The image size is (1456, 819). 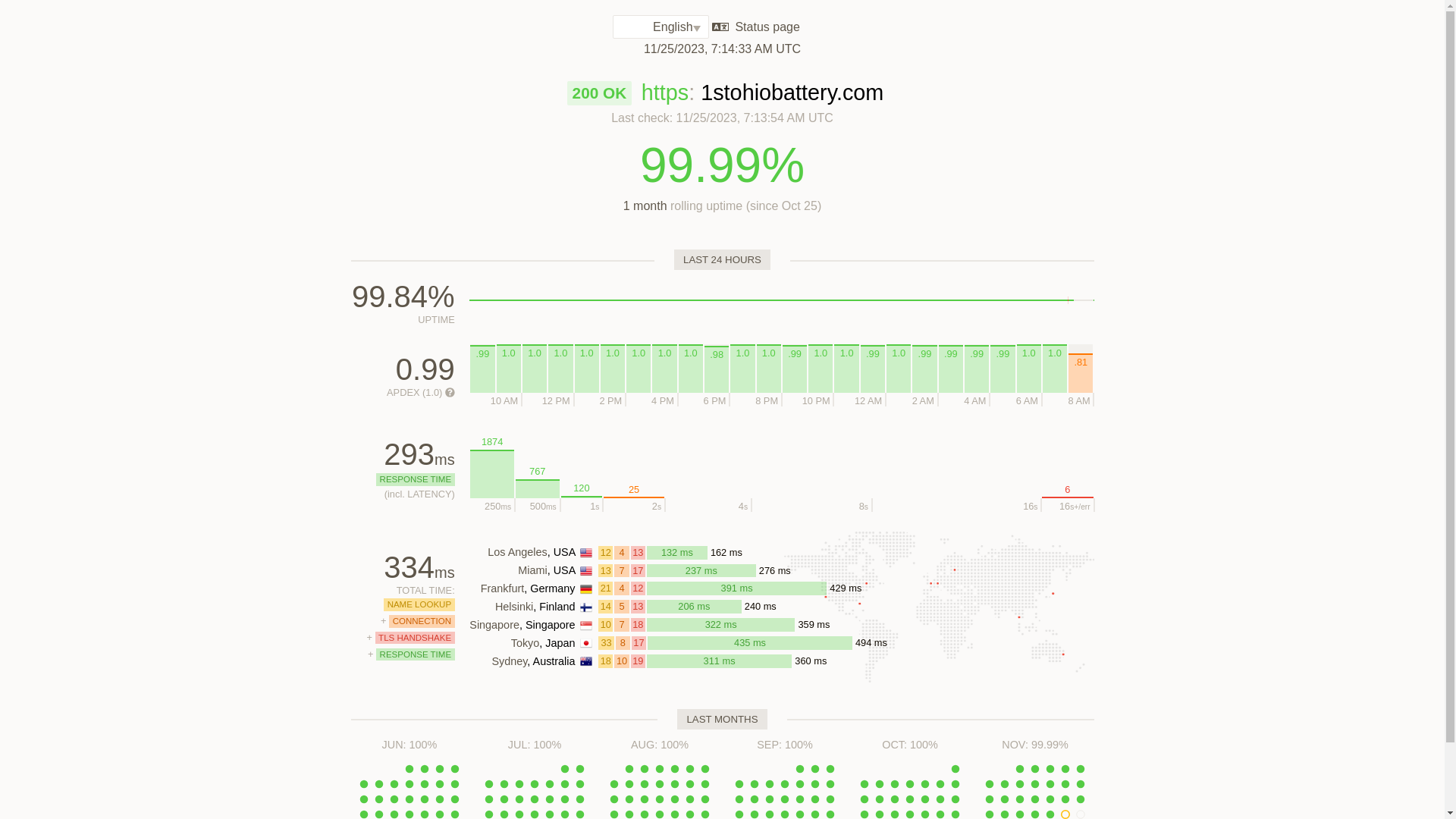 I want to click on '<small>Aug 20:</small> No downtime', so click(x=704, y=798).